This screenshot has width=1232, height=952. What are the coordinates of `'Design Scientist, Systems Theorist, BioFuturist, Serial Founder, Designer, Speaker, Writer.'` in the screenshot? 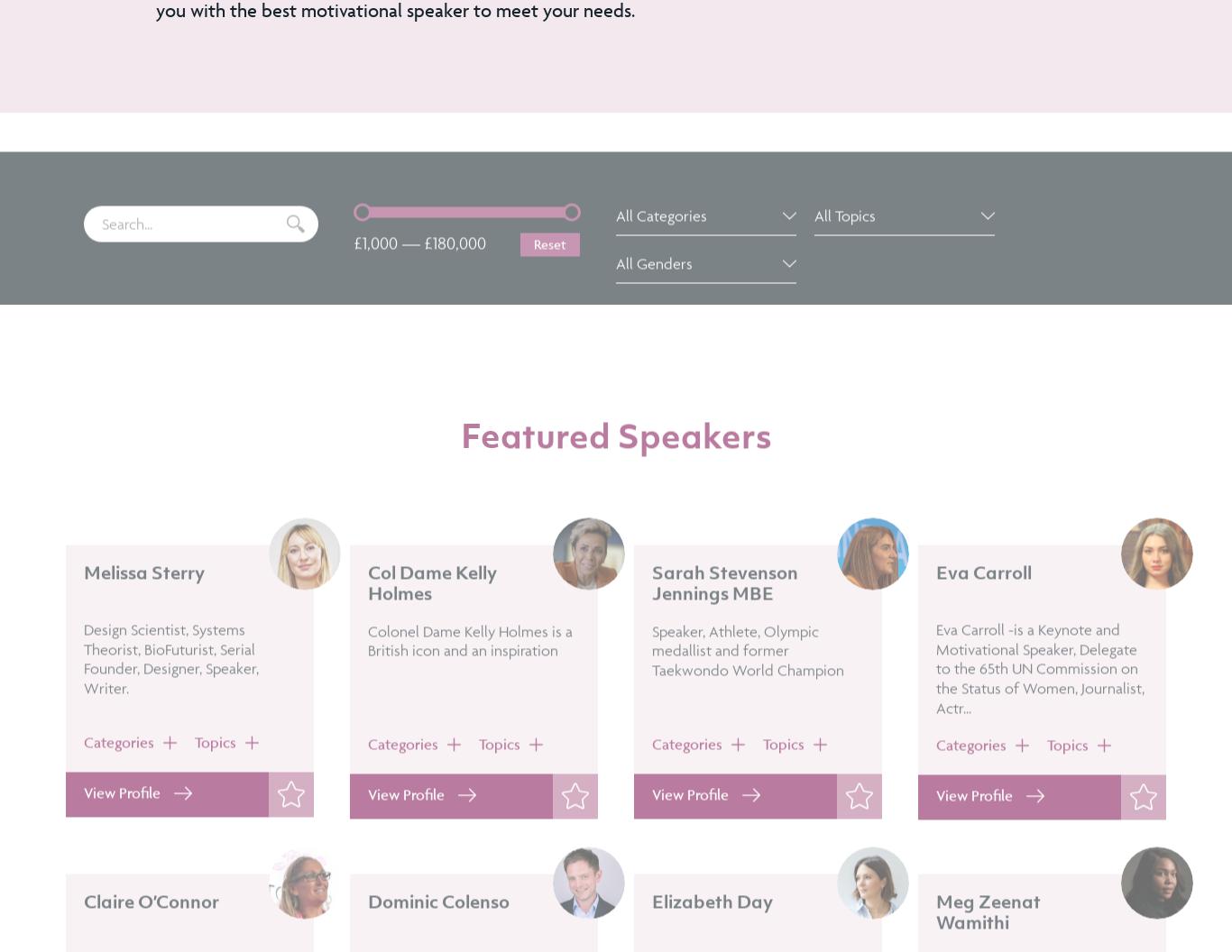 It's located at (84, 709).